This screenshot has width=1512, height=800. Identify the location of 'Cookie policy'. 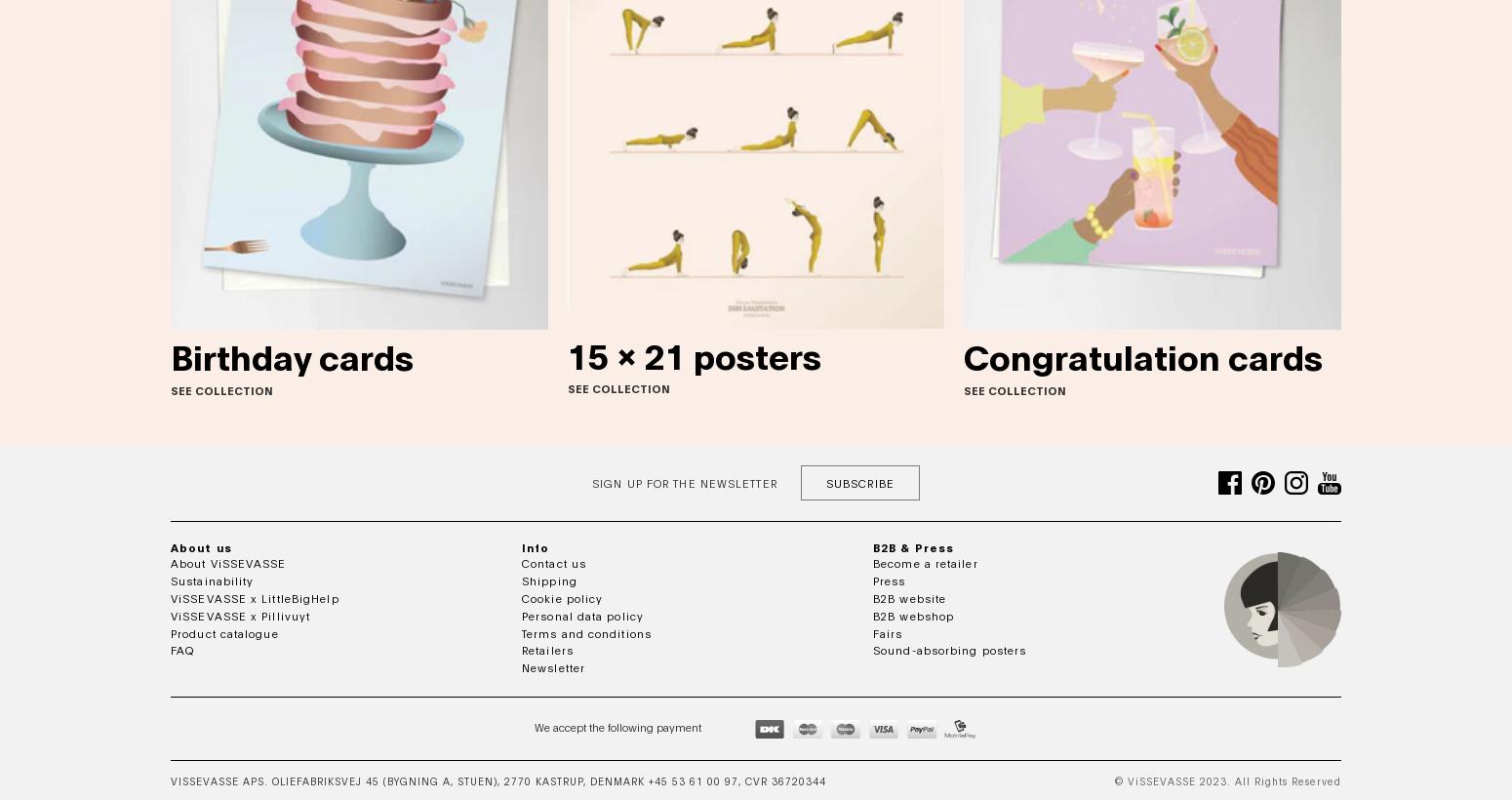
(562, 596).